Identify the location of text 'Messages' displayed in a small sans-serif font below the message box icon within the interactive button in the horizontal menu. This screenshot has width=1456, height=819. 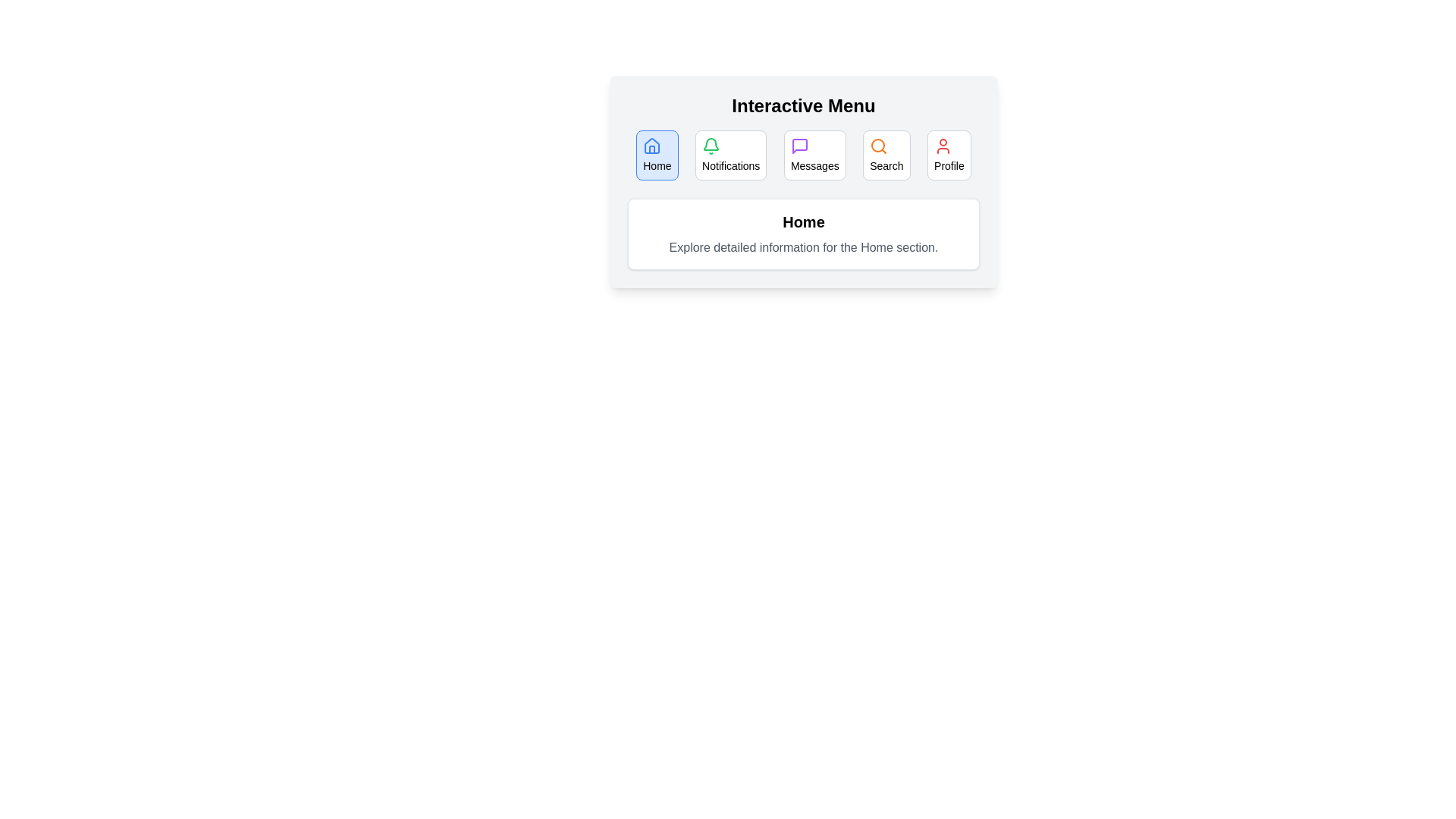
(814, 166).